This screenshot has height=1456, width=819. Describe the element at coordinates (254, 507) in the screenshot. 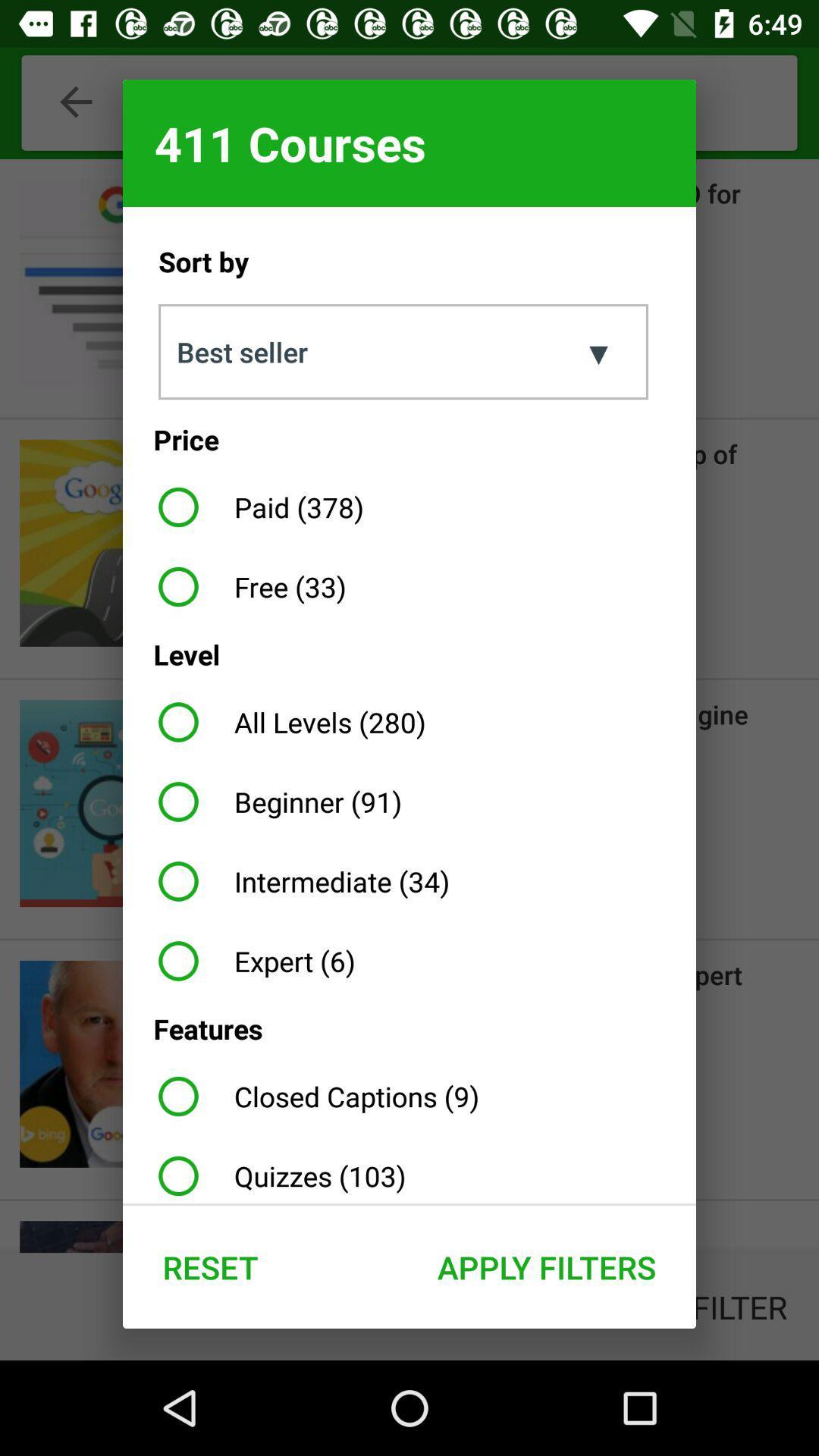

I see `icon below the price` at that location.